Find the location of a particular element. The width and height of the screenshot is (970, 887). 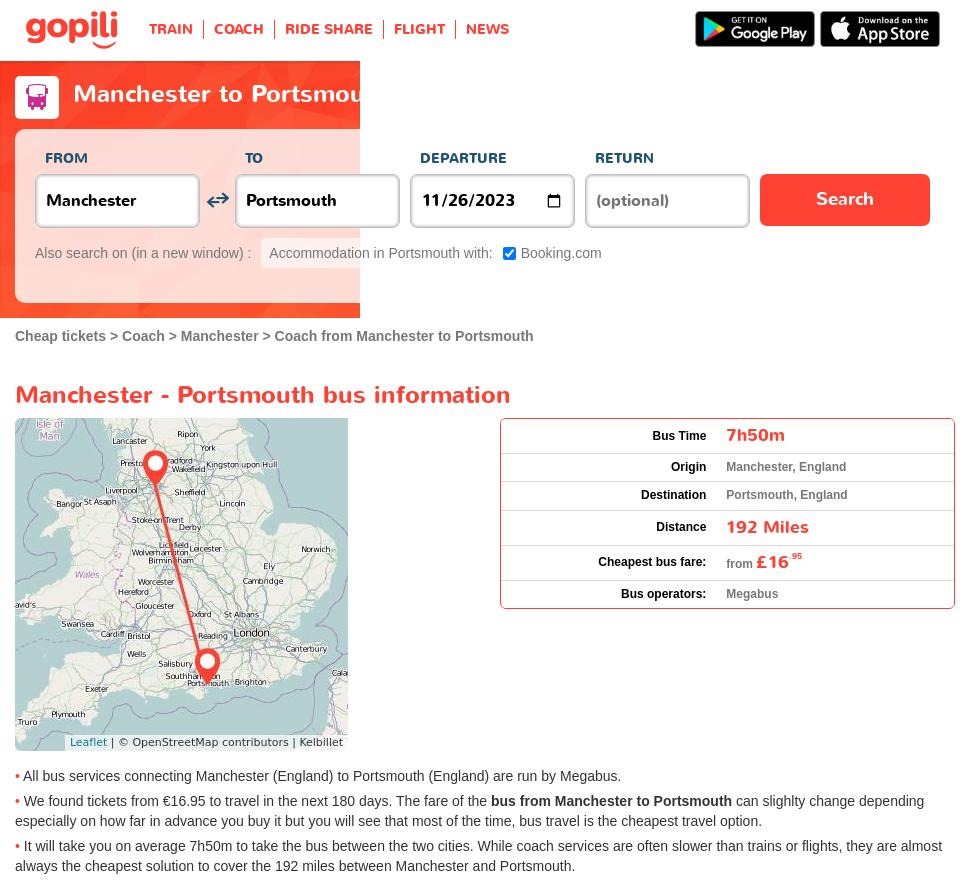

'Also search on' is located at coordinates (82, 251).